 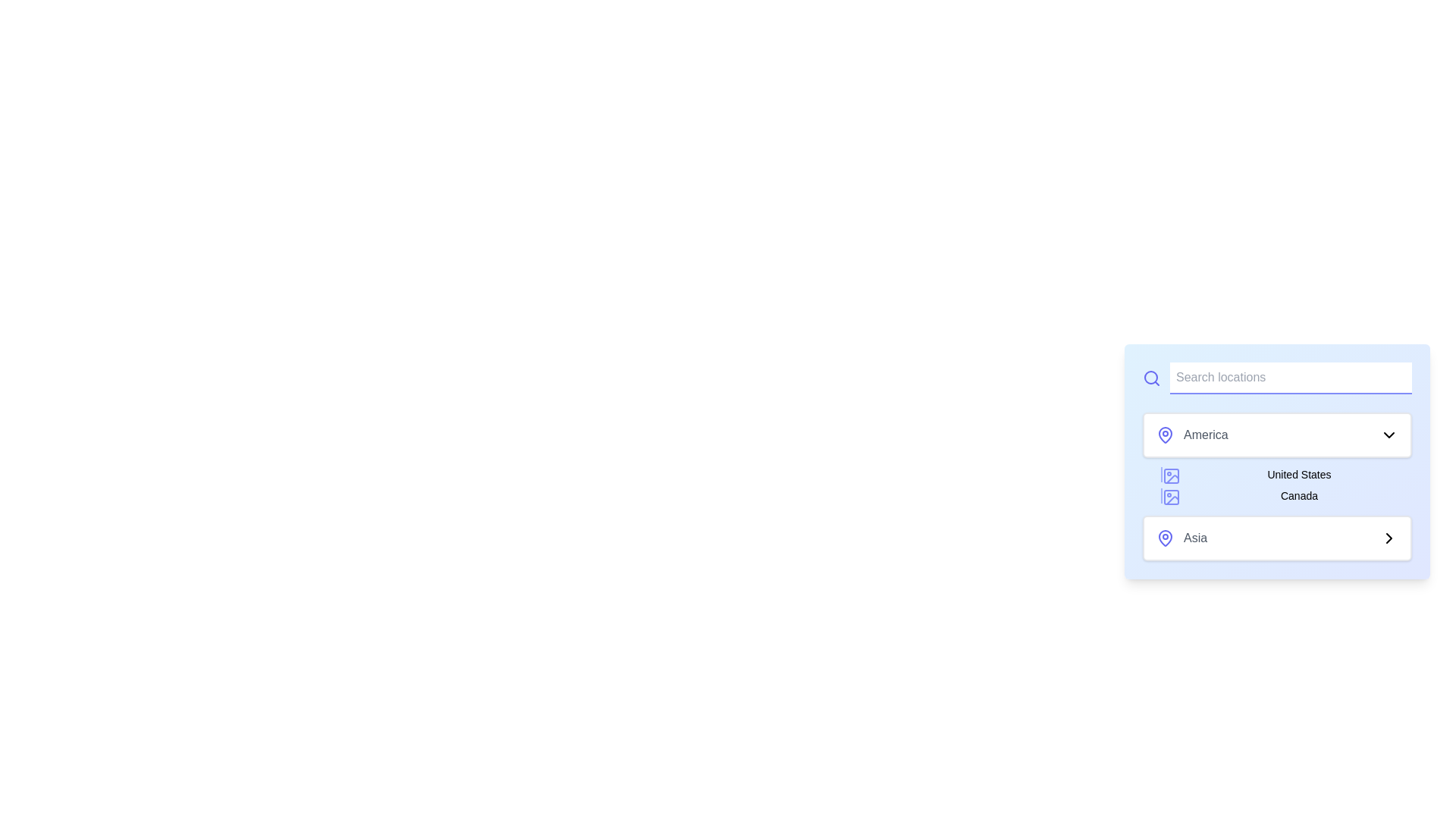 I want to click on the dropdown toggle item labeled 'America', so click(x=1276, y=435).